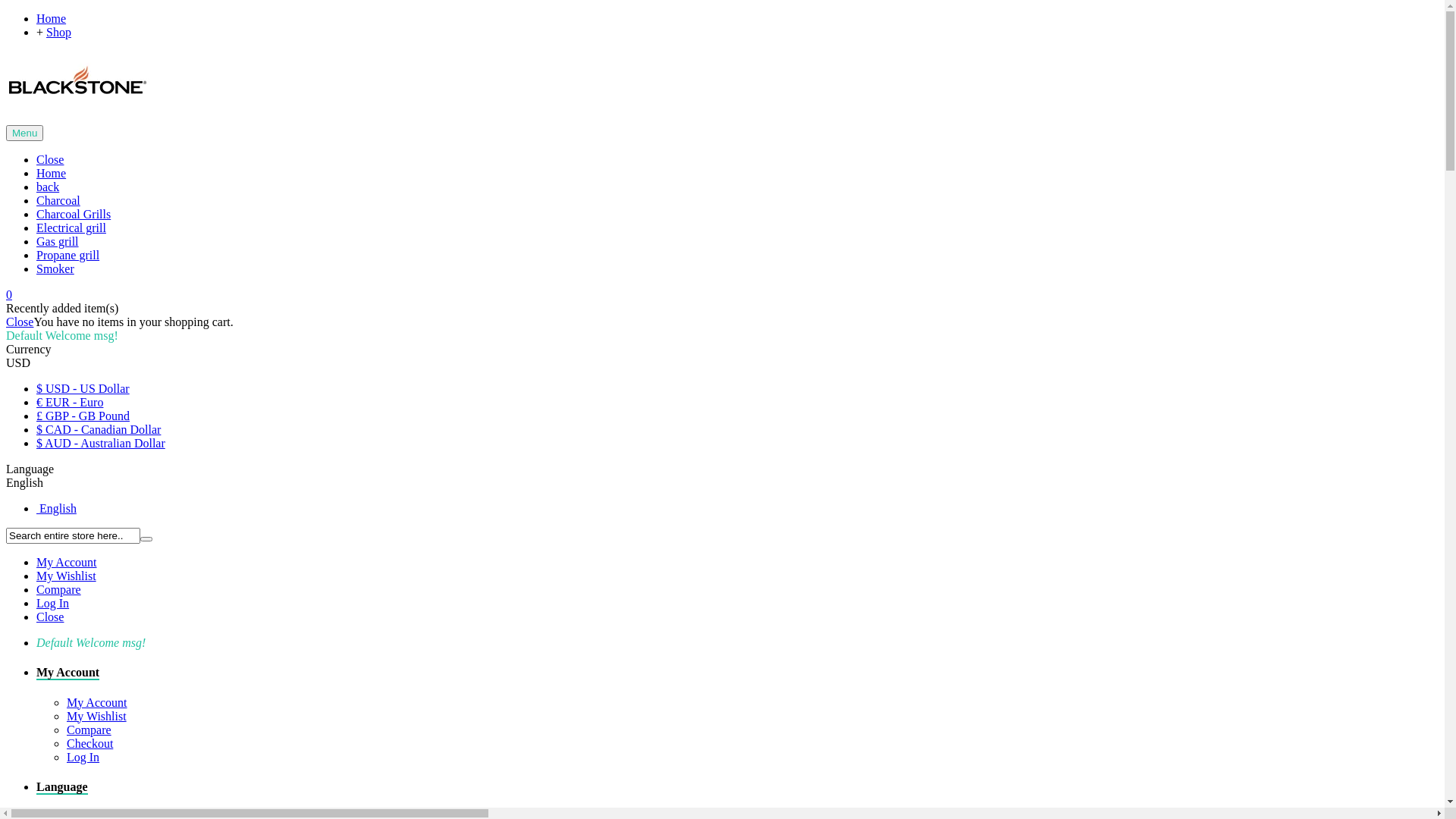 This screenshot has width=1456, height=819. I want to click on '$ AUD - Australian Dollar', so click(36, 443).